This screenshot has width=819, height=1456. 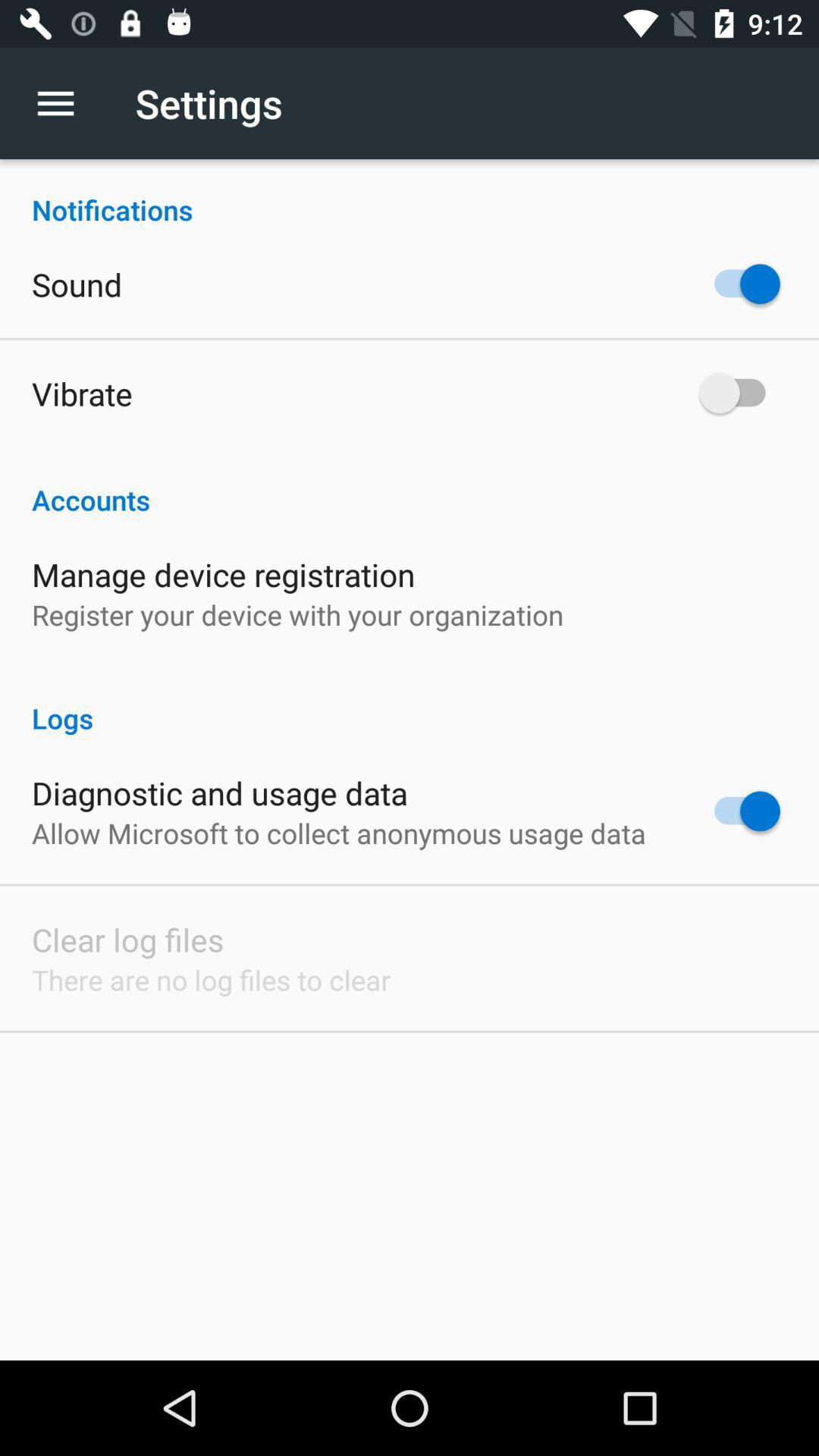 I want to click on the notifications, so click(x=409, y=193).